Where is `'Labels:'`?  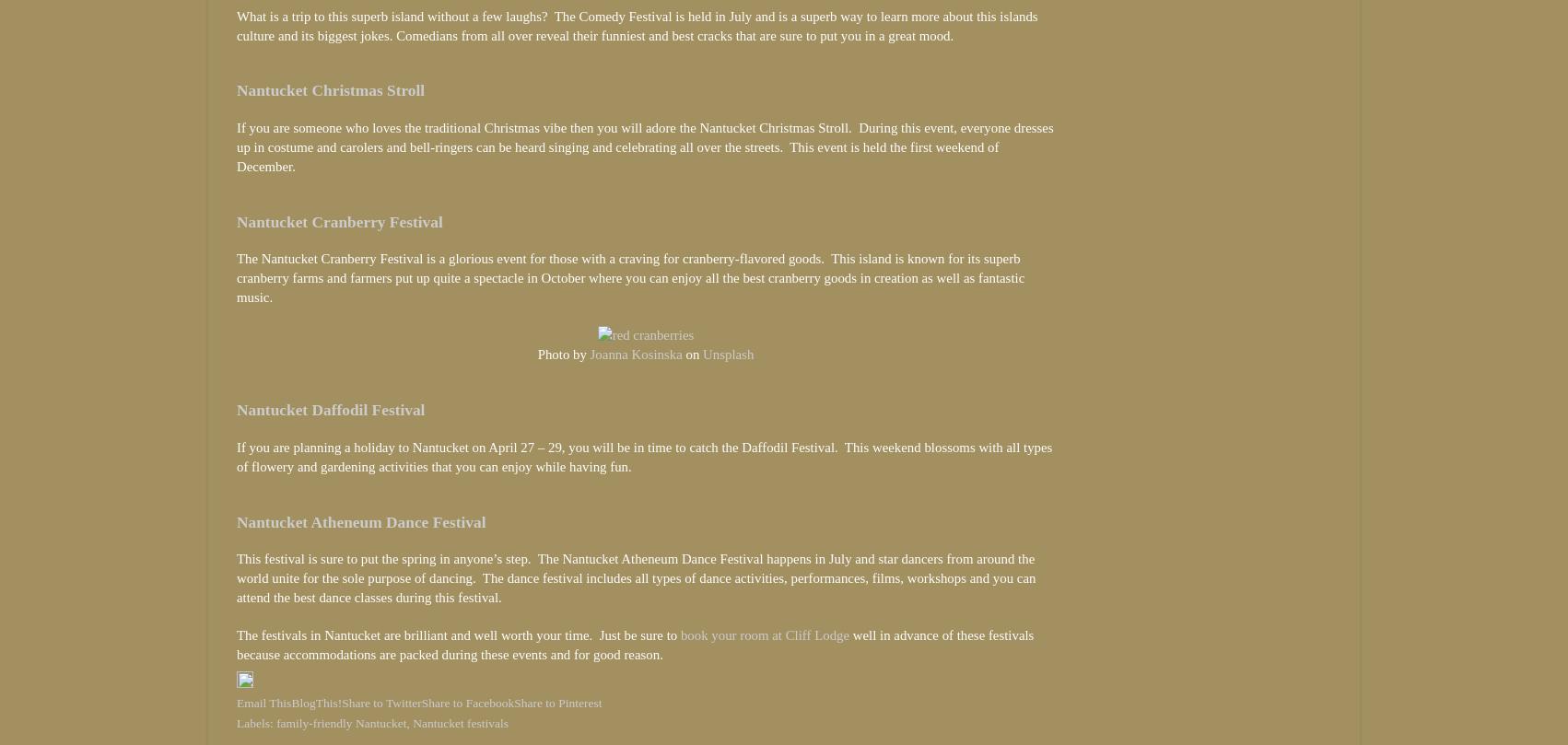 'Labels:' is located at coordinates (255, 721).